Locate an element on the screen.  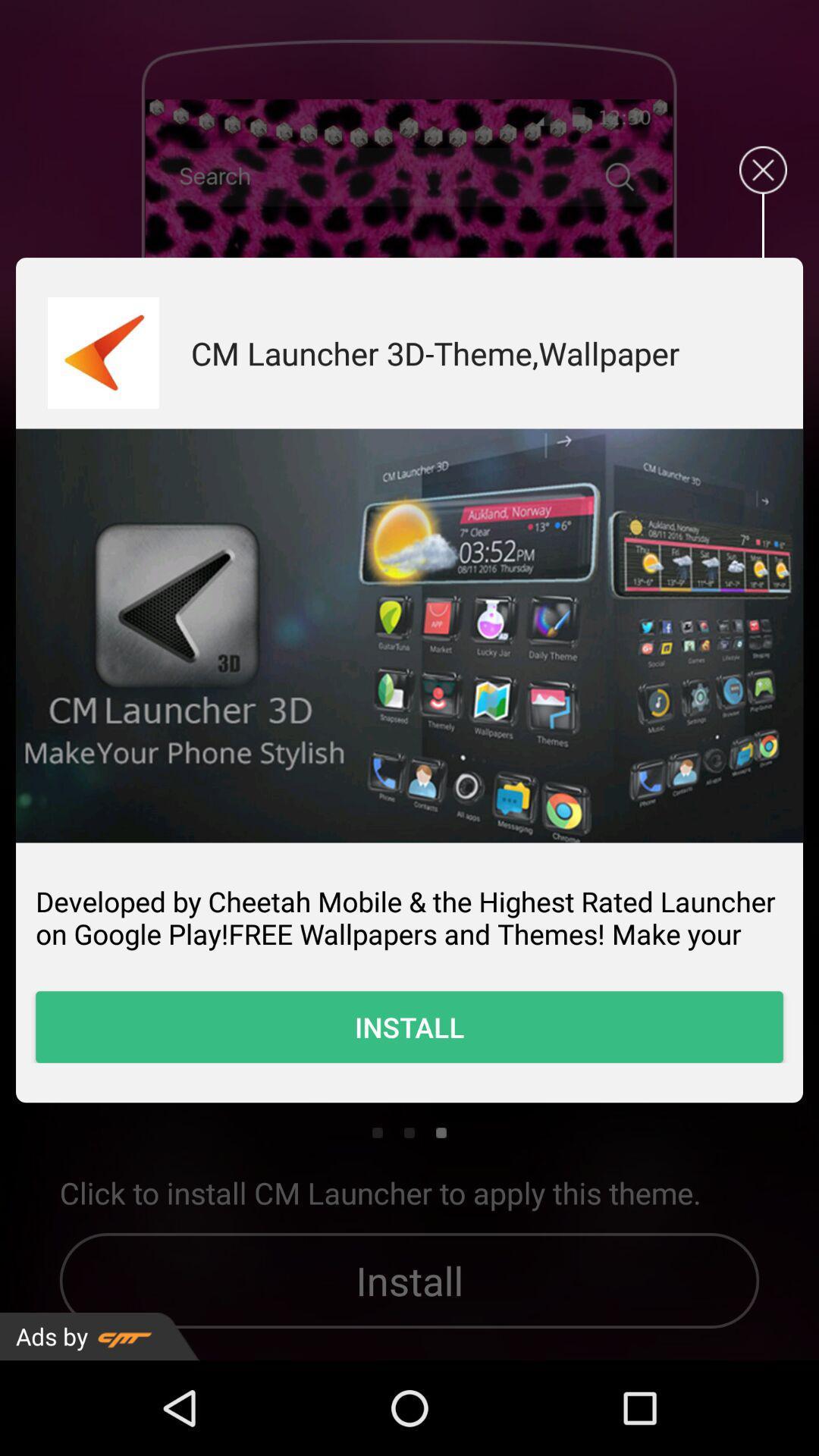
advertisement is located at coordinates (763, 170).